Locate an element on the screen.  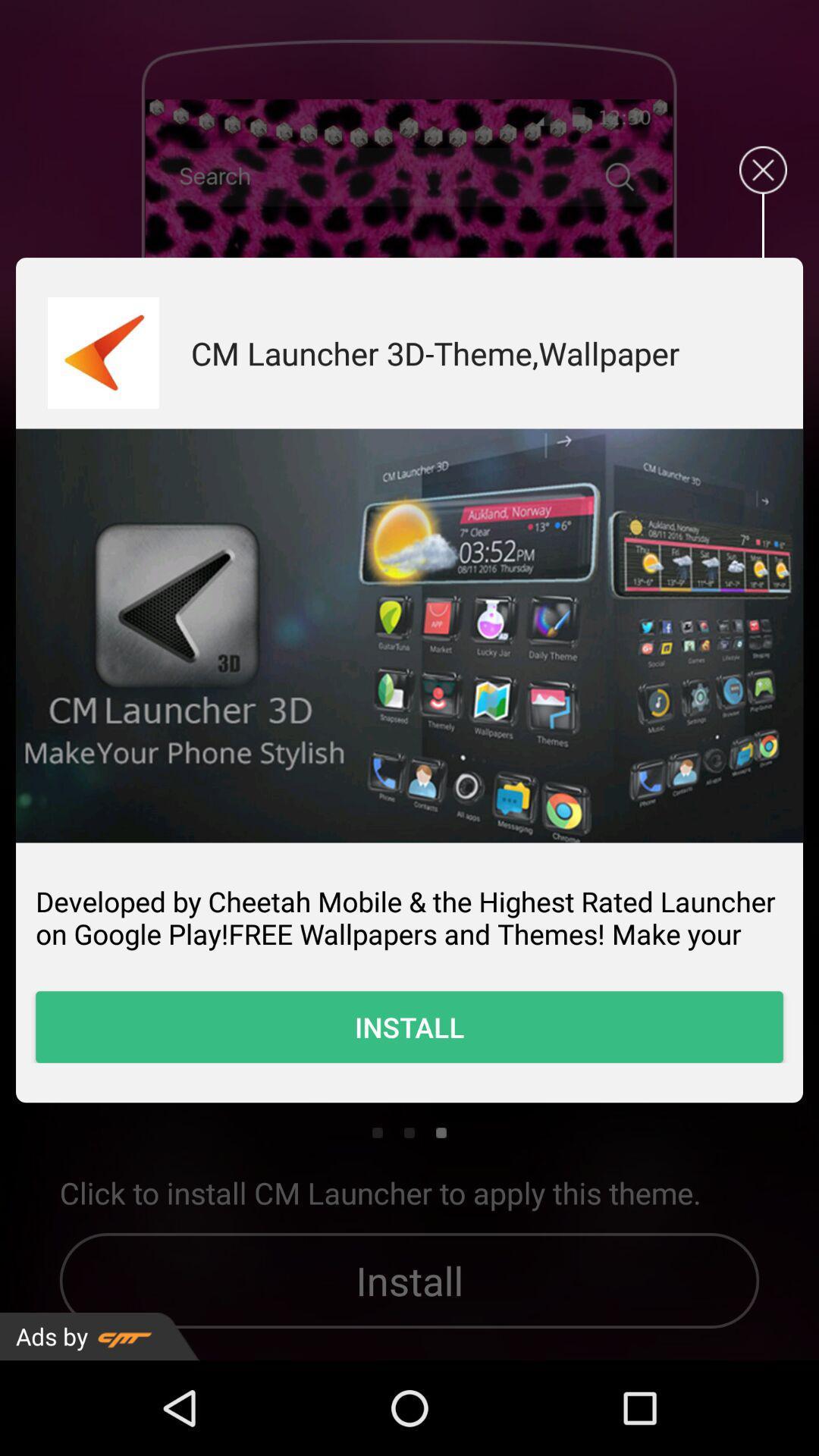
advertisement is located at coordinates (763, 170).